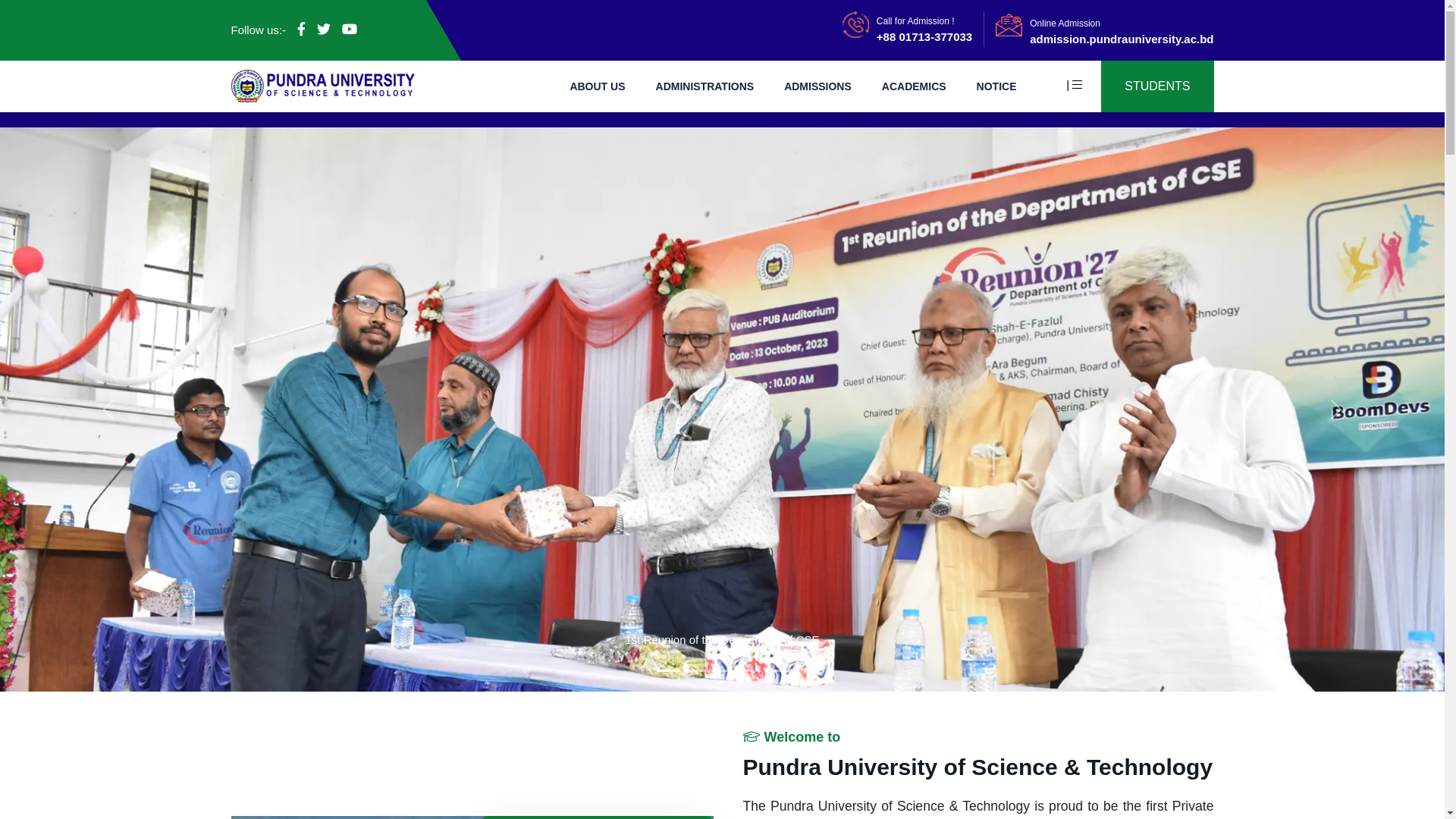 This screenshot has width=1456, height=819. Describe the element at coordinates (1080, 84) in the screenshot. I see `'  |'` at that location.